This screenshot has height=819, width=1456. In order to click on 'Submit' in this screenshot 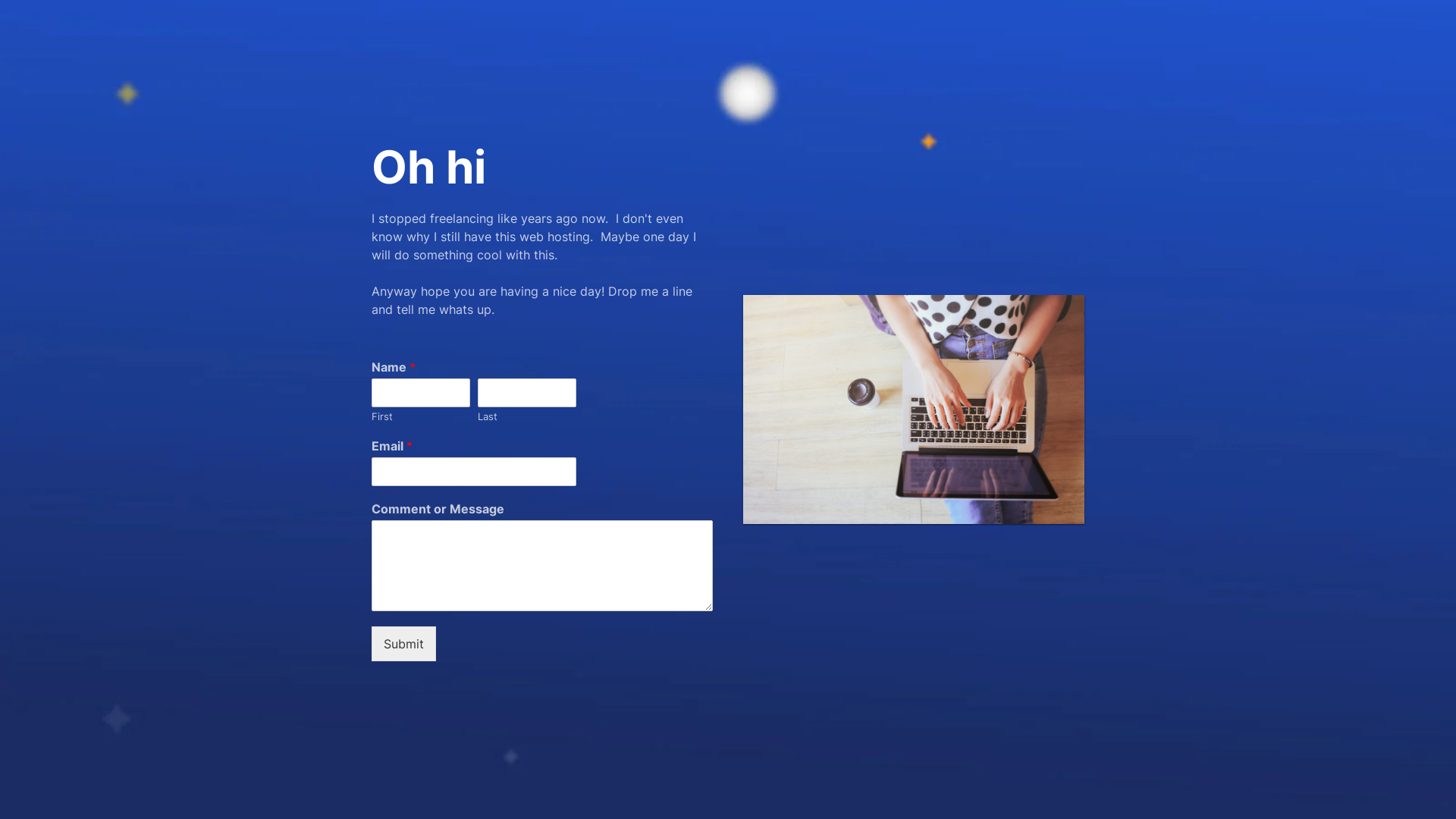, I will do `click(403, 643)`.